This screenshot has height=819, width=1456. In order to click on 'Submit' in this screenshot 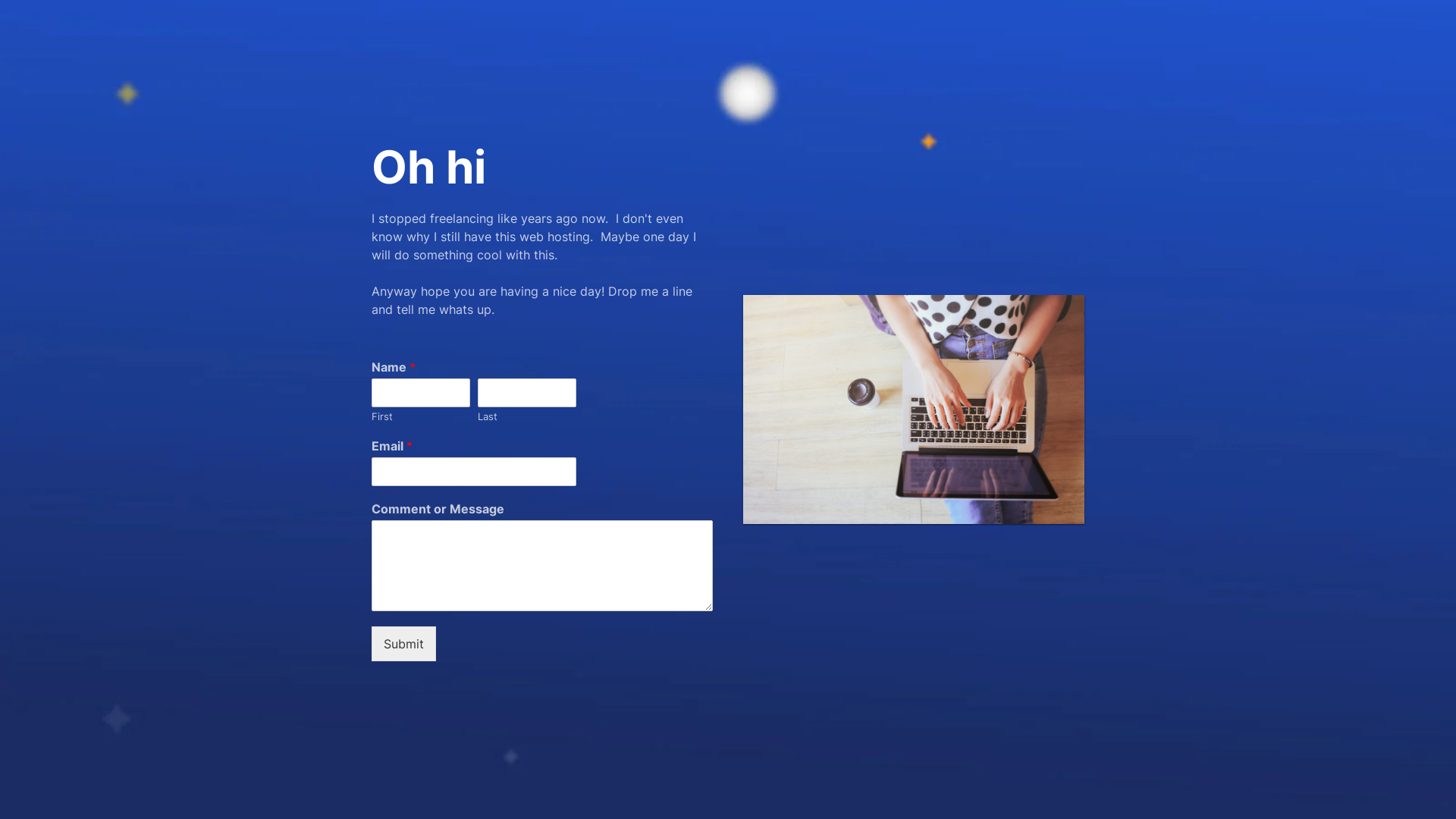, I will do `click(403, 643)`.